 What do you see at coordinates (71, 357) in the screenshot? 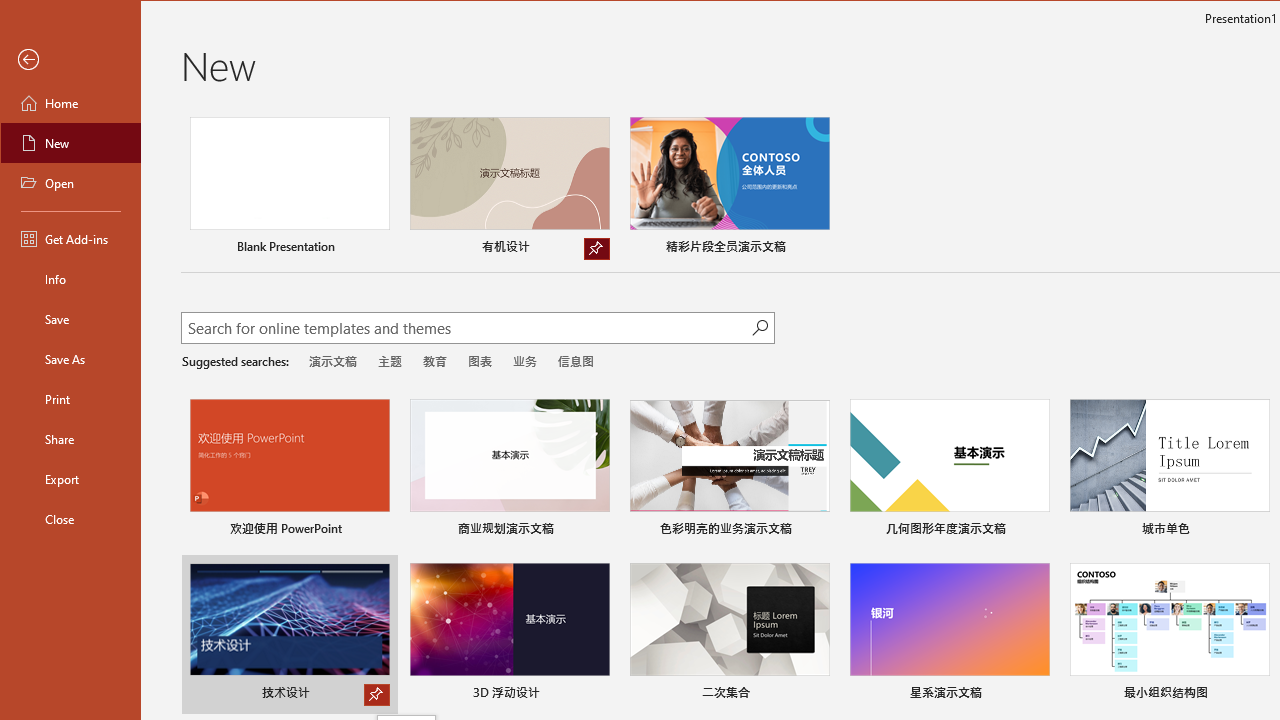
I see `'Save As'` at bounding box center [71, 357].